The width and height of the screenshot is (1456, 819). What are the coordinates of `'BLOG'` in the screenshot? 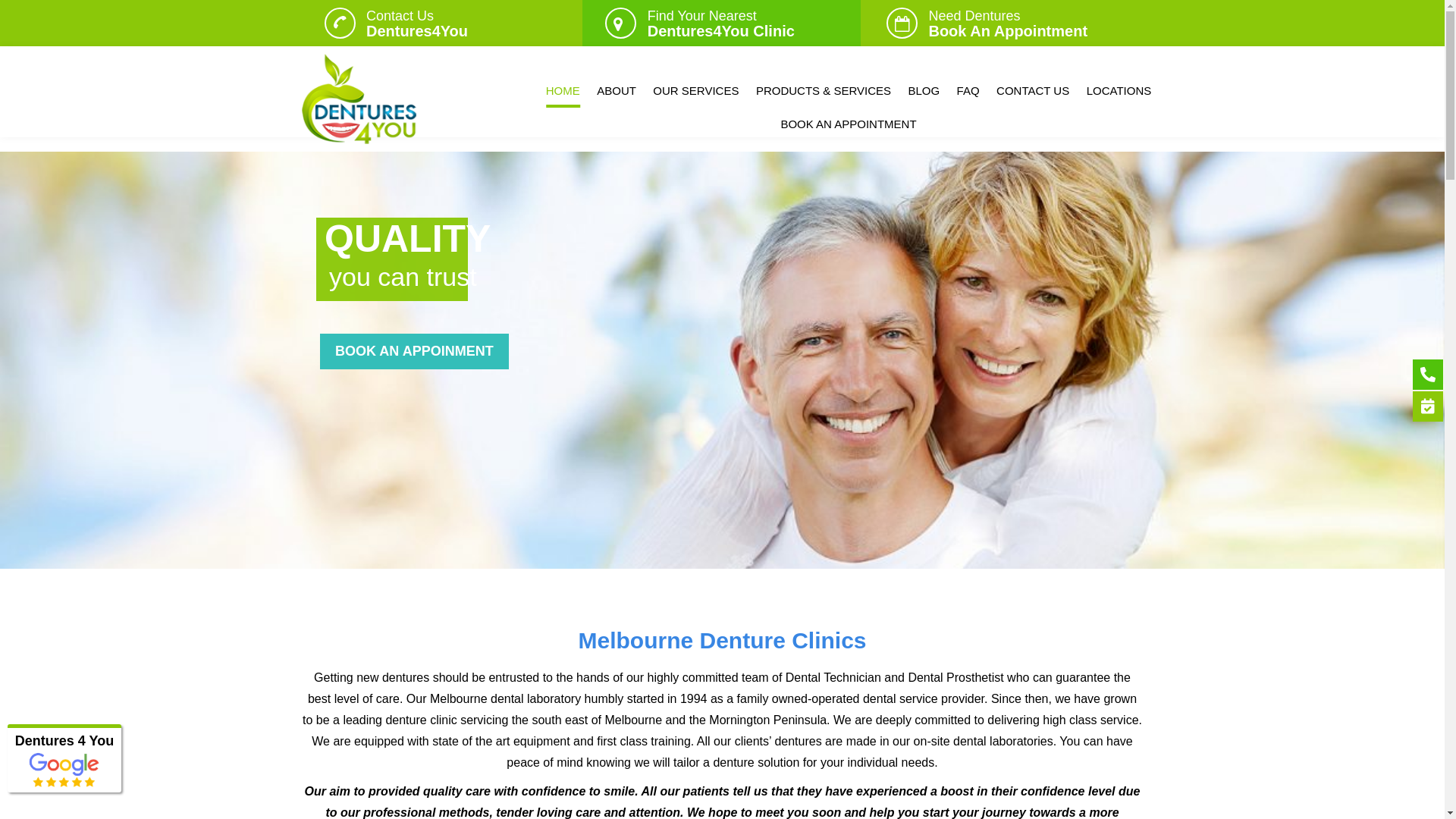 It's located at (923, 90).